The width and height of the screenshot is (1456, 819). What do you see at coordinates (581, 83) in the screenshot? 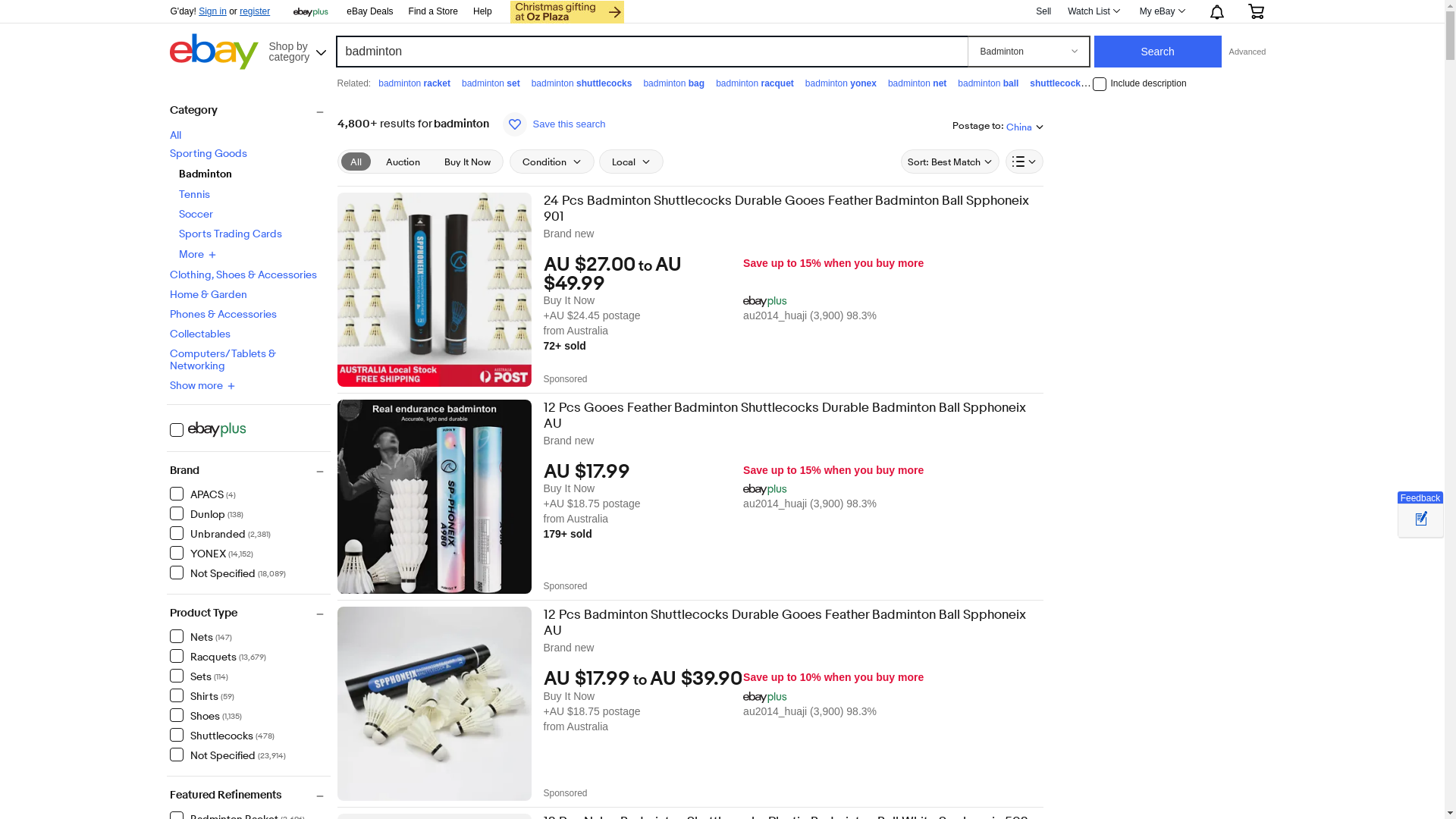
I see `'badminton shuttlecocks'` at bounding box center [581, 83].